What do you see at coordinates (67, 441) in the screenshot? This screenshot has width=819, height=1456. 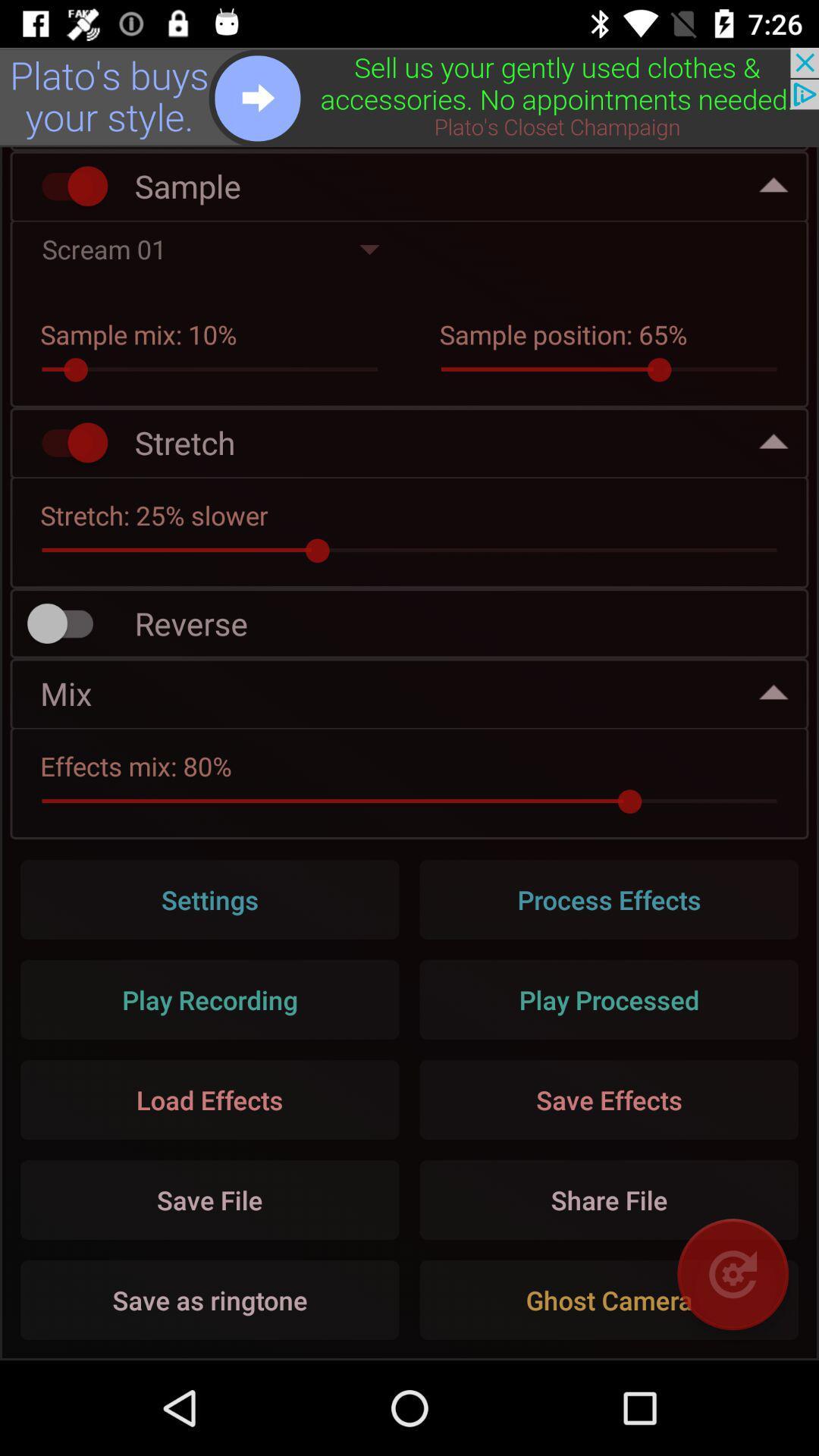 I see `stretch audio sample` at bounding box center [67, 441].